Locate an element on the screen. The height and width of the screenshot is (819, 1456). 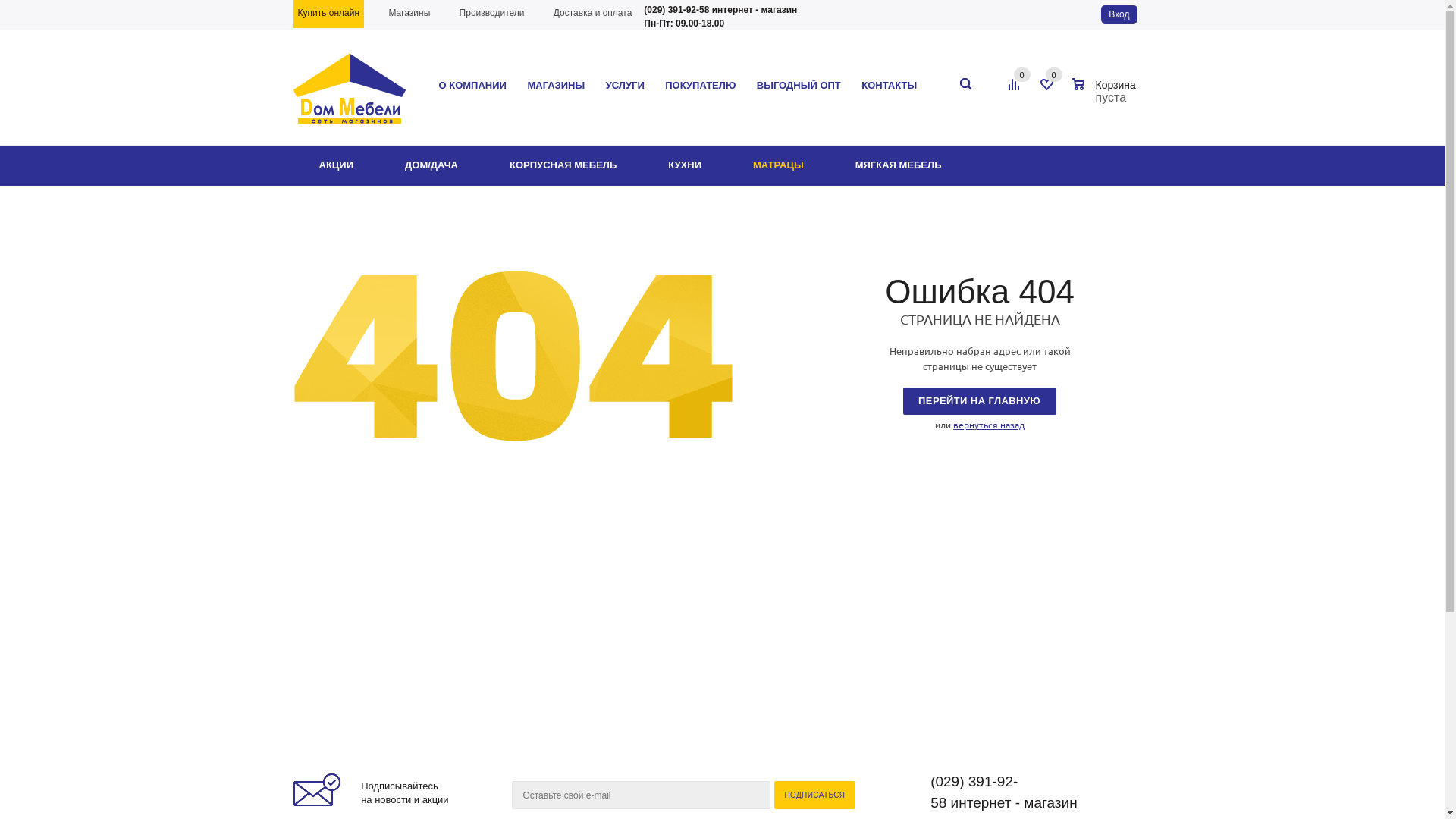
':-(' is located at coordinates (513, 356).